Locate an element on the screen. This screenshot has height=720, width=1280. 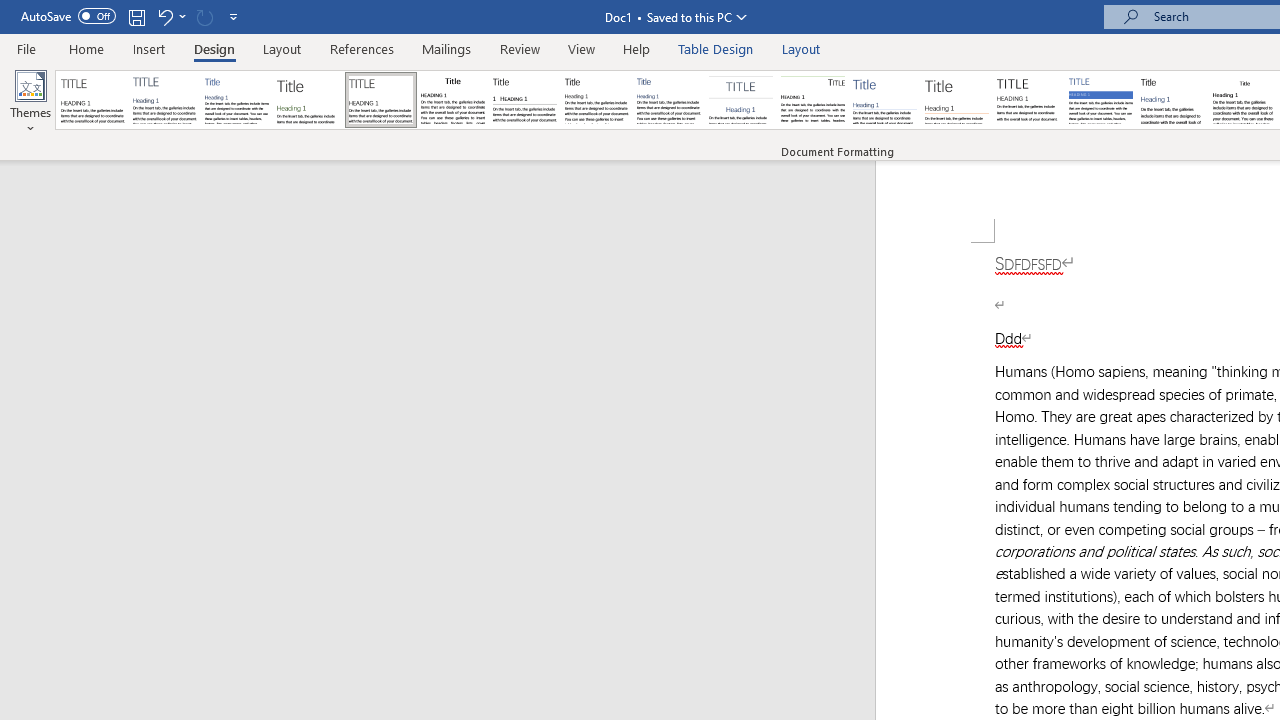
'Can' is located at coordinates (204, 16).